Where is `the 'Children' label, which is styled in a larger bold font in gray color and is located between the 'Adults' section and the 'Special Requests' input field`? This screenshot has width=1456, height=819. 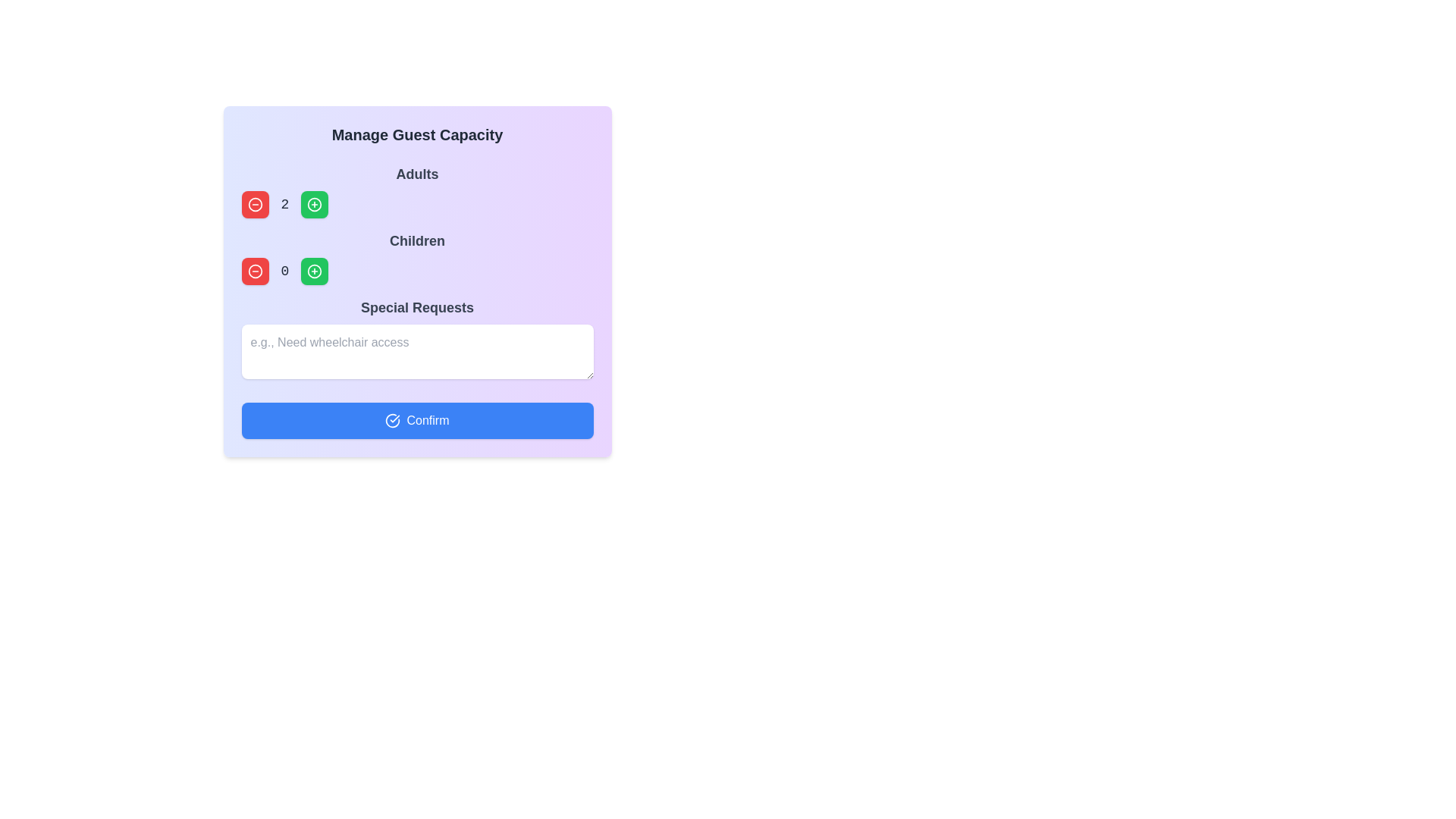
the 'Children' label, which is styled in a larger bold font in gray color and is located between the 'Adults' section and the 'Special Requests' input field is located at coordinates (417, 240).